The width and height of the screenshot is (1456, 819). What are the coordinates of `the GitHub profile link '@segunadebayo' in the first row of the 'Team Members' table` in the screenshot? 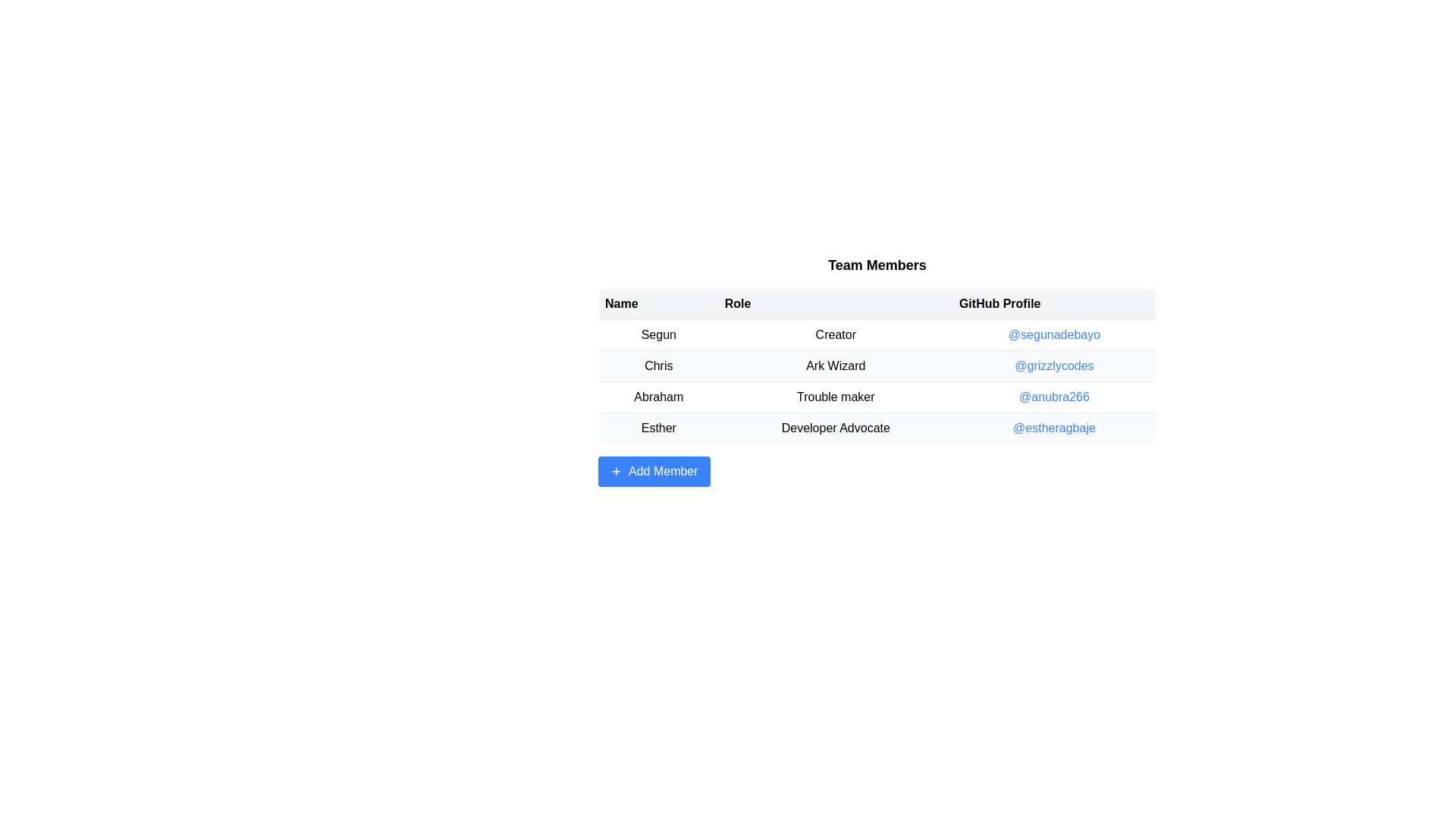 It's located at (877, 334).